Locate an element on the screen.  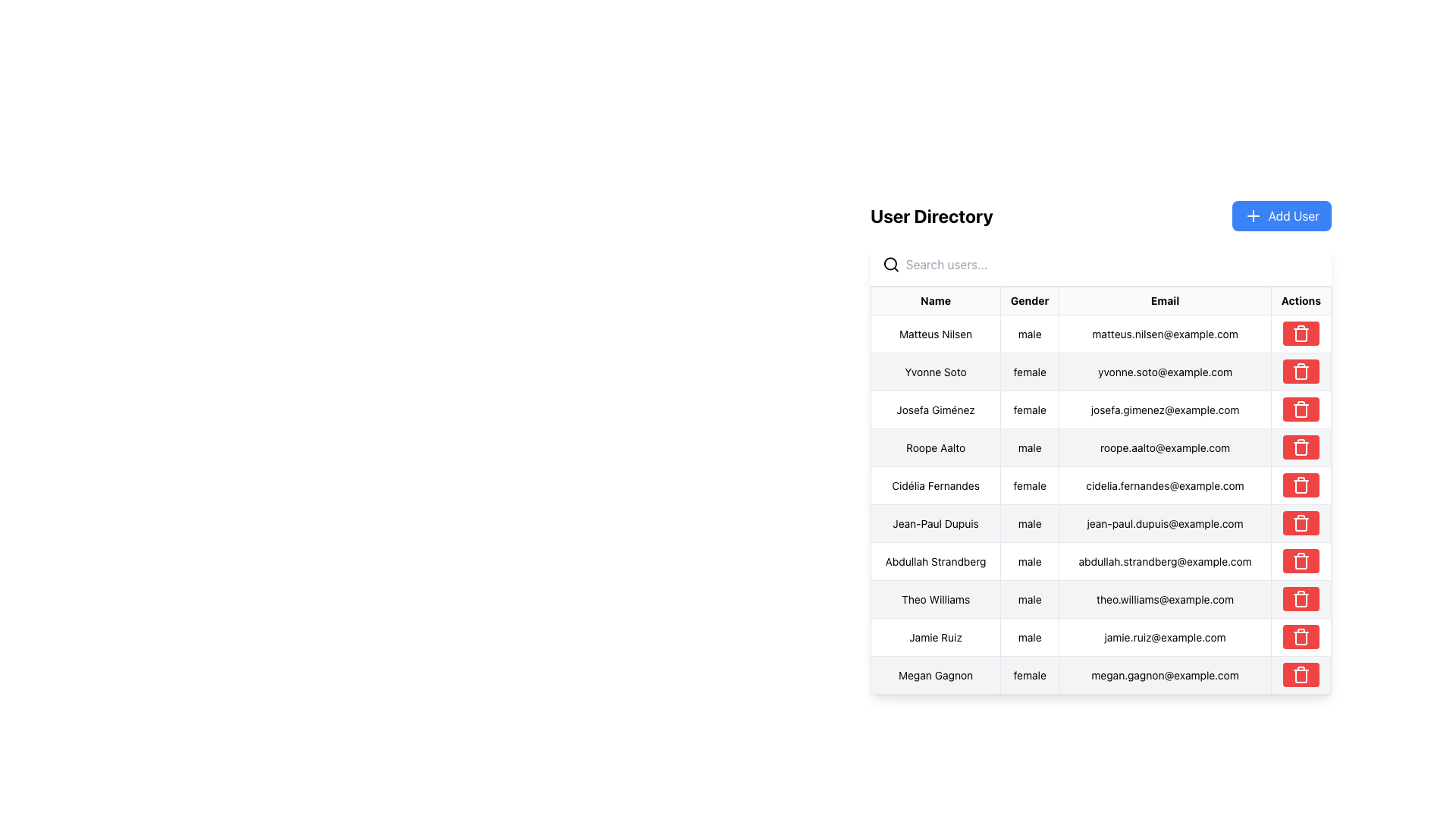
the delete button in the 'Actions' column corresponding to the user 'Jean-Paul Dupuis' is located at coordinates (1300, 522).